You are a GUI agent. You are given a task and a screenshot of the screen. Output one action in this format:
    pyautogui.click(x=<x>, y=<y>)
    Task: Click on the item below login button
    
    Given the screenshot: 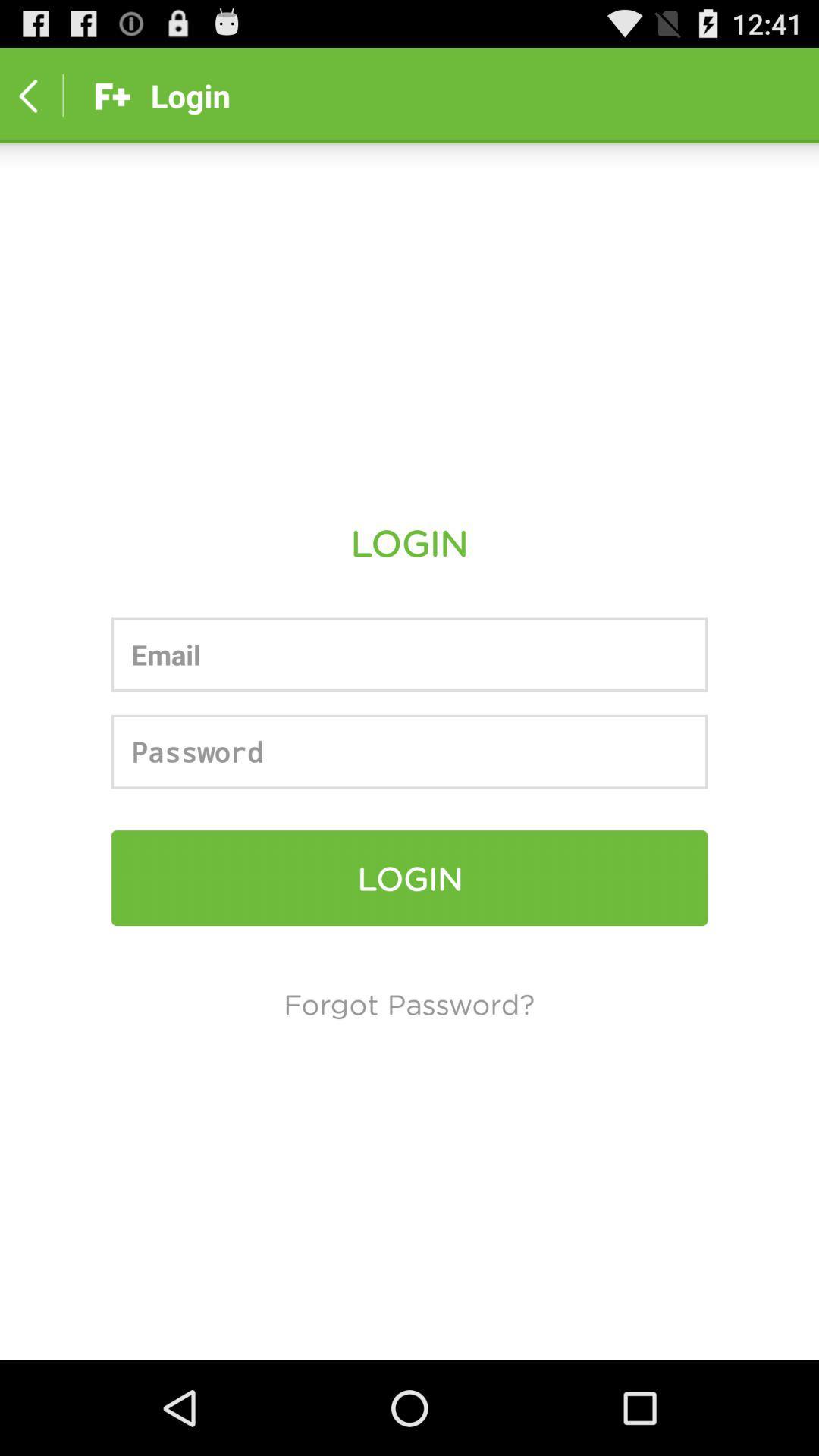 What is the action you would take?
    pyautogui.click(x=408, y=1003)
    